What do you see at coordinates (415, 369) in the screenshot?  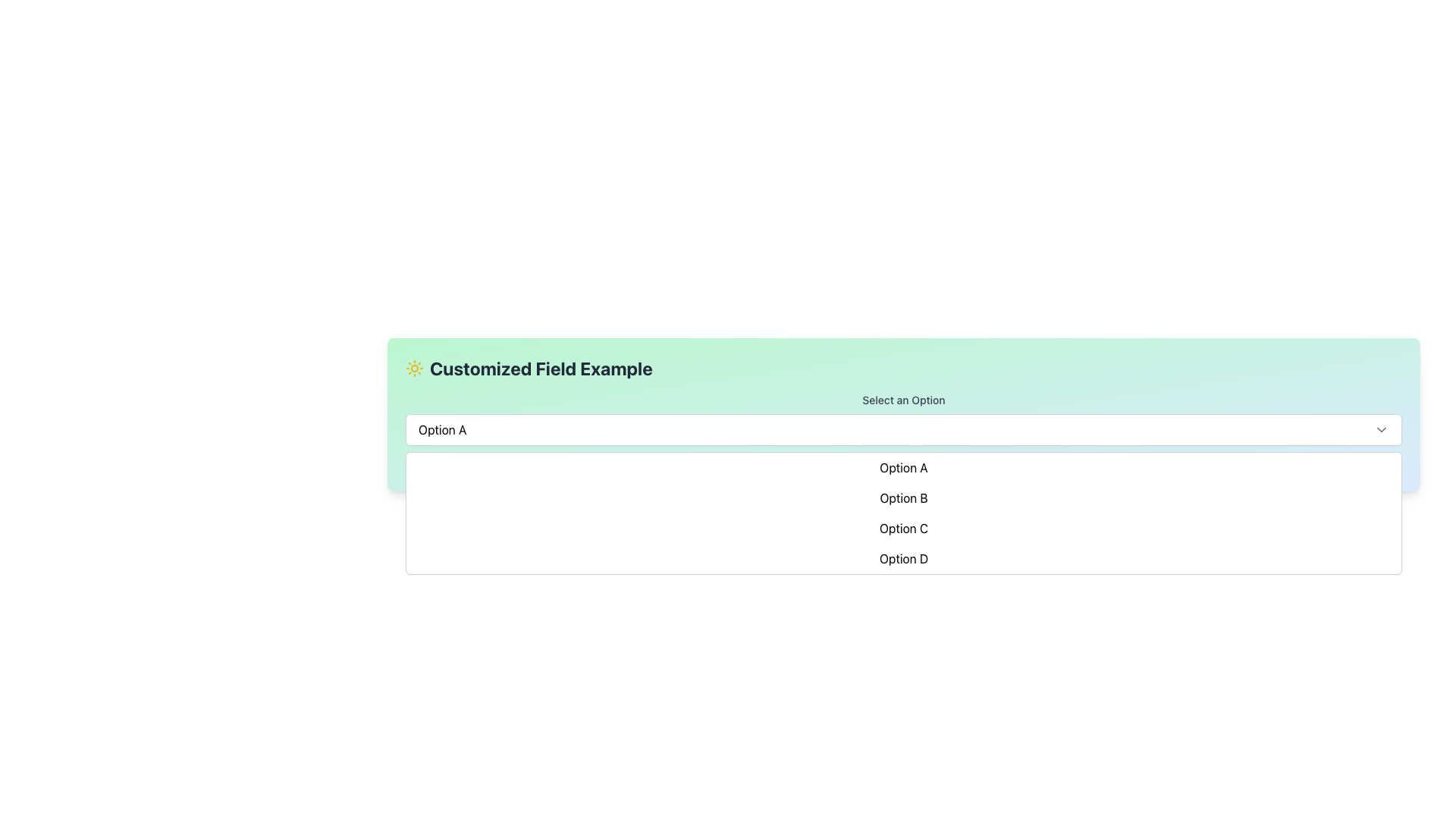 I see `the Decorative Icon located in the top-left corner of the header section, just left of the text 'Customized Field Example'` at bounding box center [415, 369].